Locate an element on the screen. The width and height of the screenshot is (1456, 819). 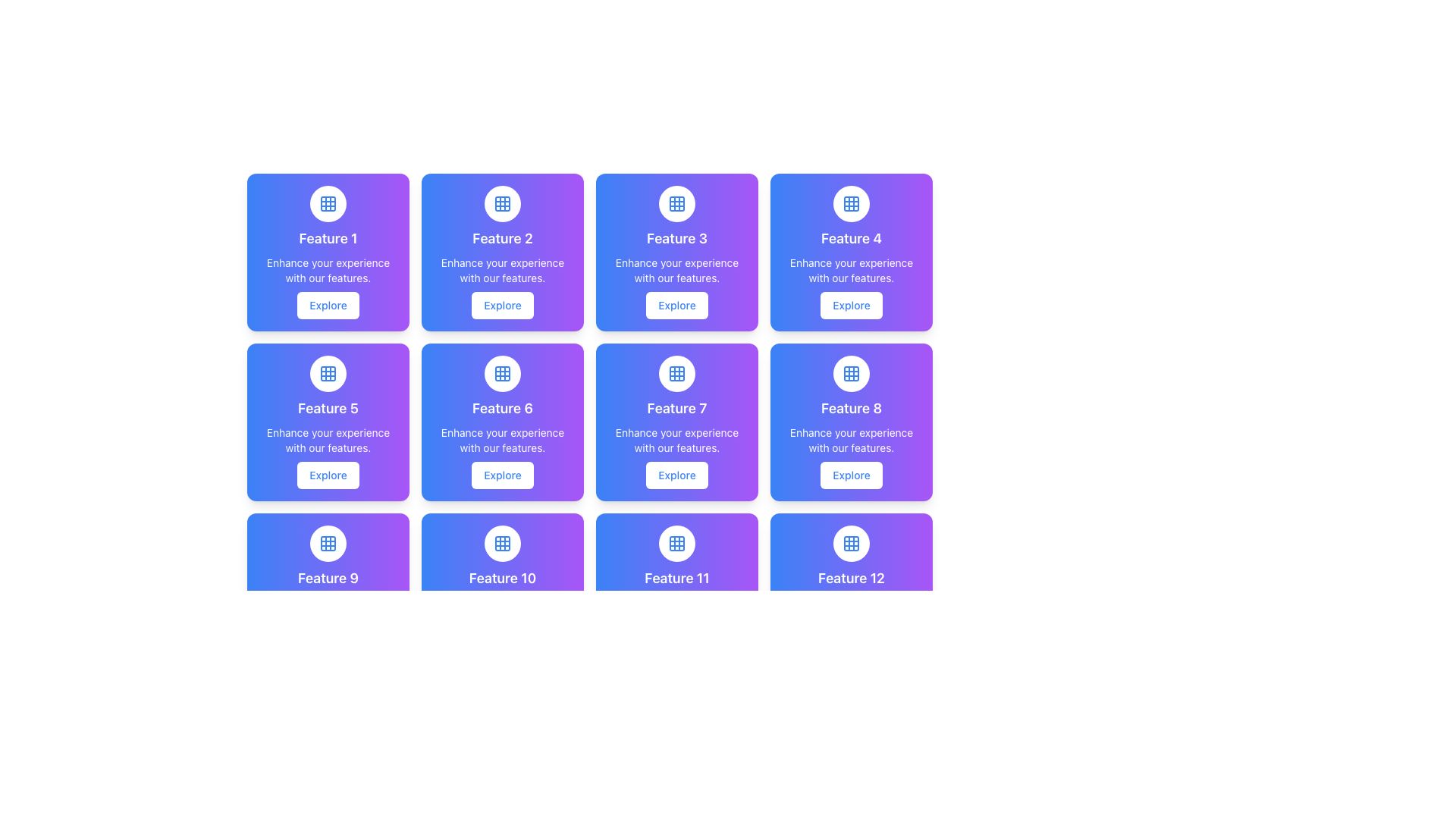
the text element displaying 'Feature 8', which is styled in bold and larger font within a gradient tile transitioning from blue to purple, located in the third row, second column of the grid is located at coordinates (852, 408).